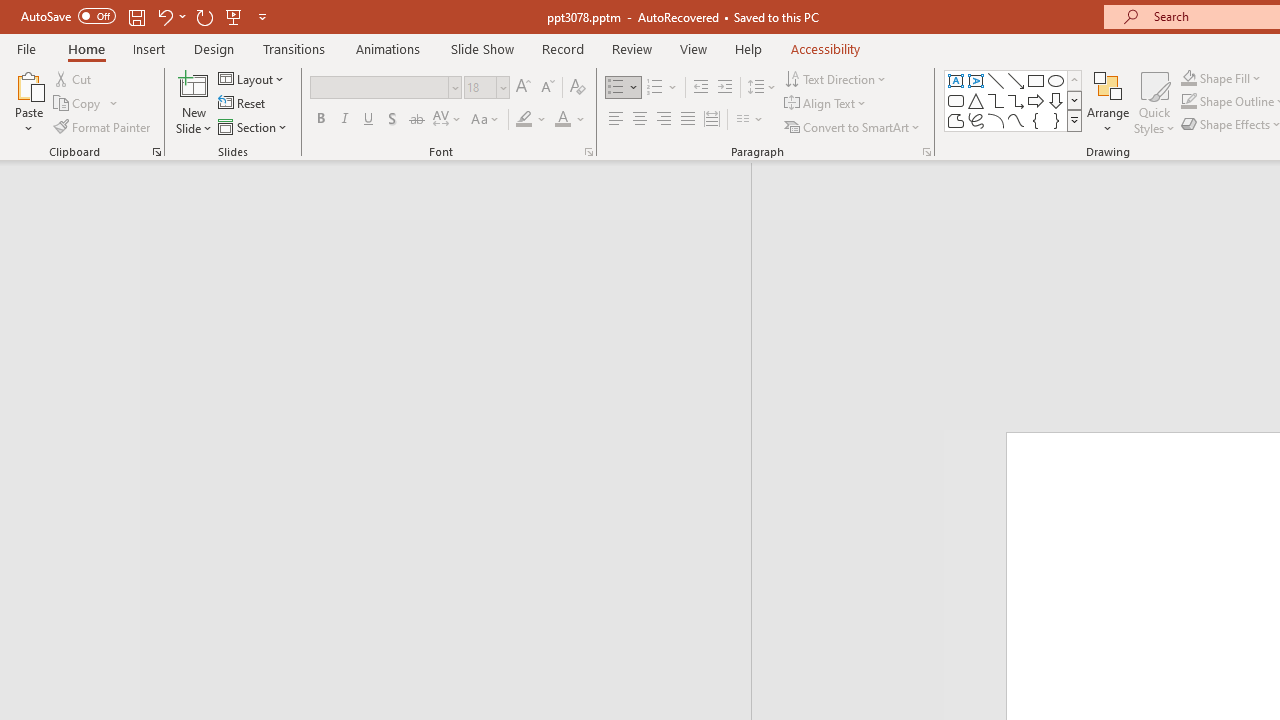  I want to click on 'Numbering', so click(654, 86).